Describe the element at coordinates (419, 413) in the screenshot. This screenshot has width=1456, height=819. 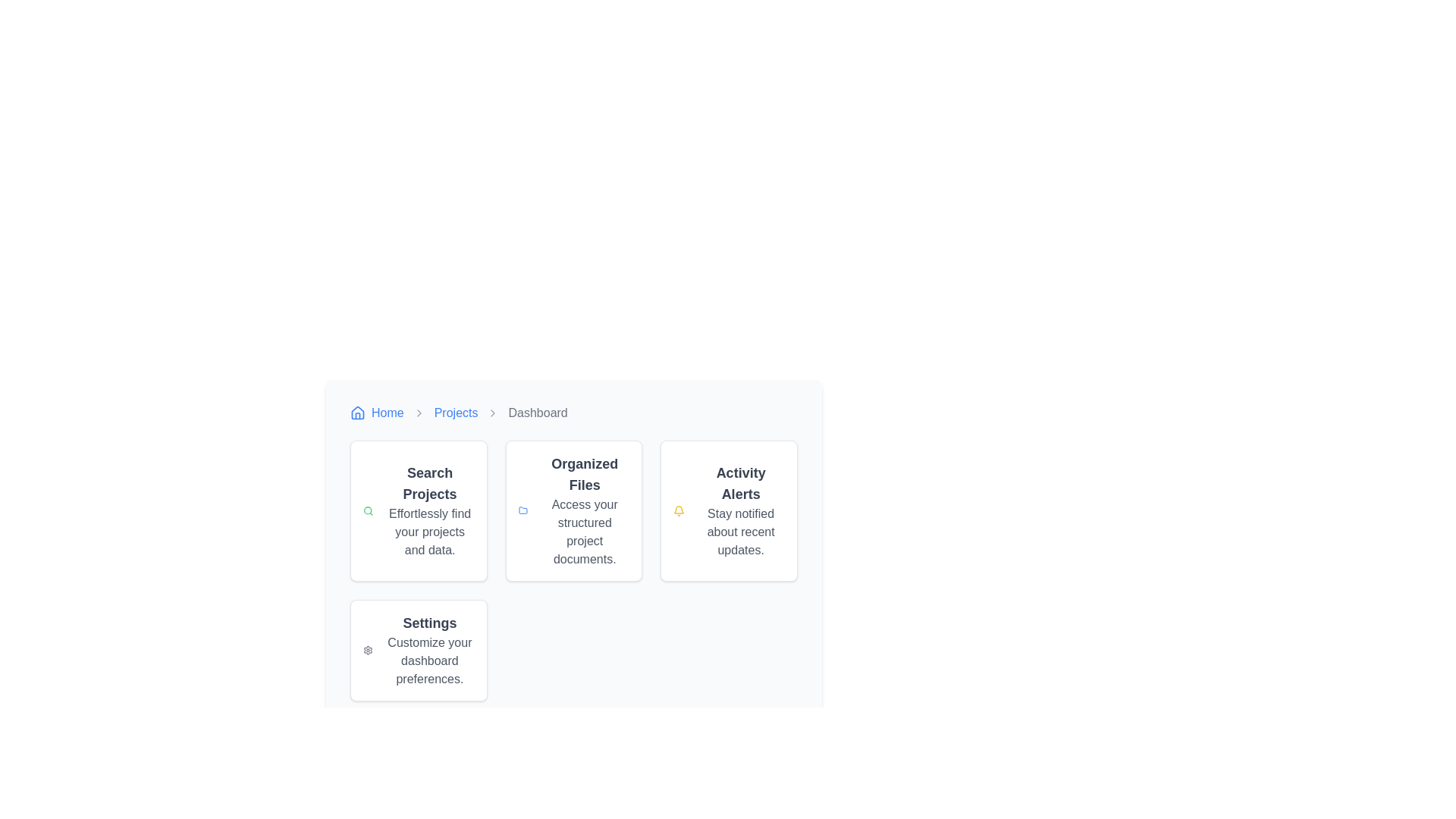
I see `the Breadcrumb navigation icon that indicates the transition between the 'Home' and 'Projects' sections in the breadcrumb navigation` at that location.